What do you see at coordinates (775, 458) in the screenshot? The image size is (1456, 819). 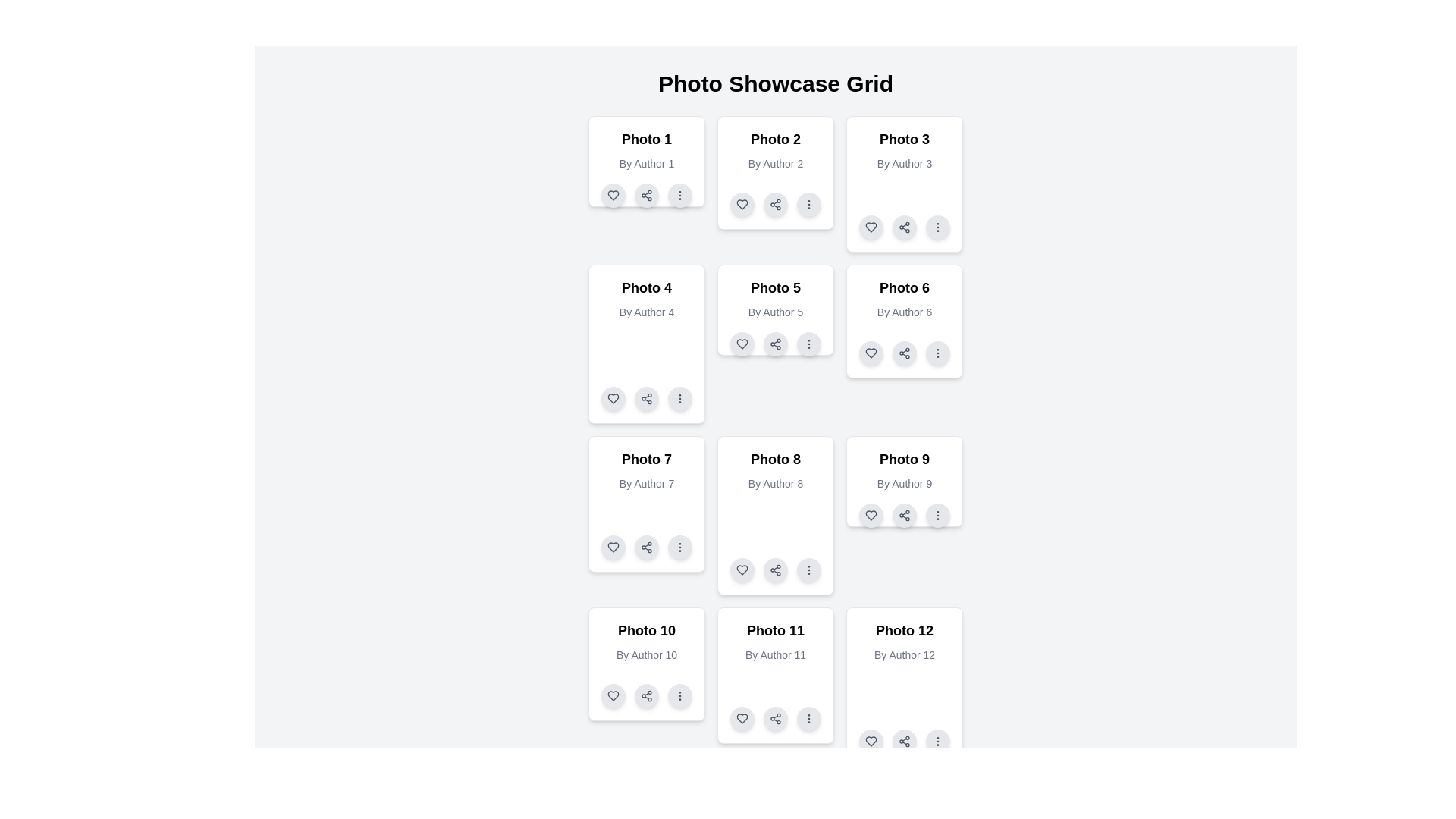 I see `the text label indicating 'Photo 8' located at the top of the card in the third row and second column of the grid layout` at bounding box center [775, 458].